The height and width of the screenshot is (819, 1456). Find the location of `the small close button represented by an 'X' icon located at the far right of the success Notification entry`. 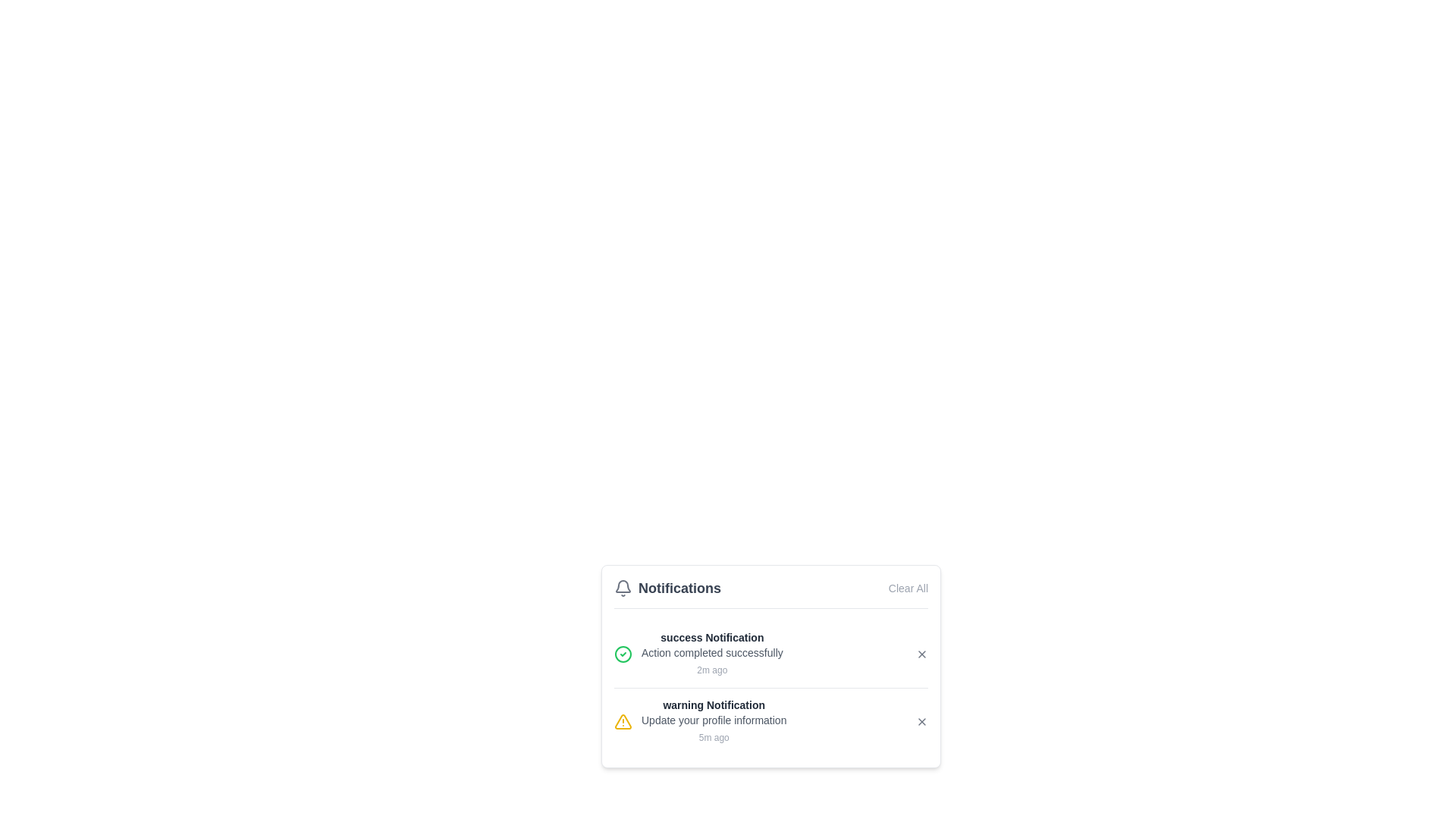

the small close button represented by an 'X' icon located at the far right of the success Notification entry is located at coordinates (921, 654).